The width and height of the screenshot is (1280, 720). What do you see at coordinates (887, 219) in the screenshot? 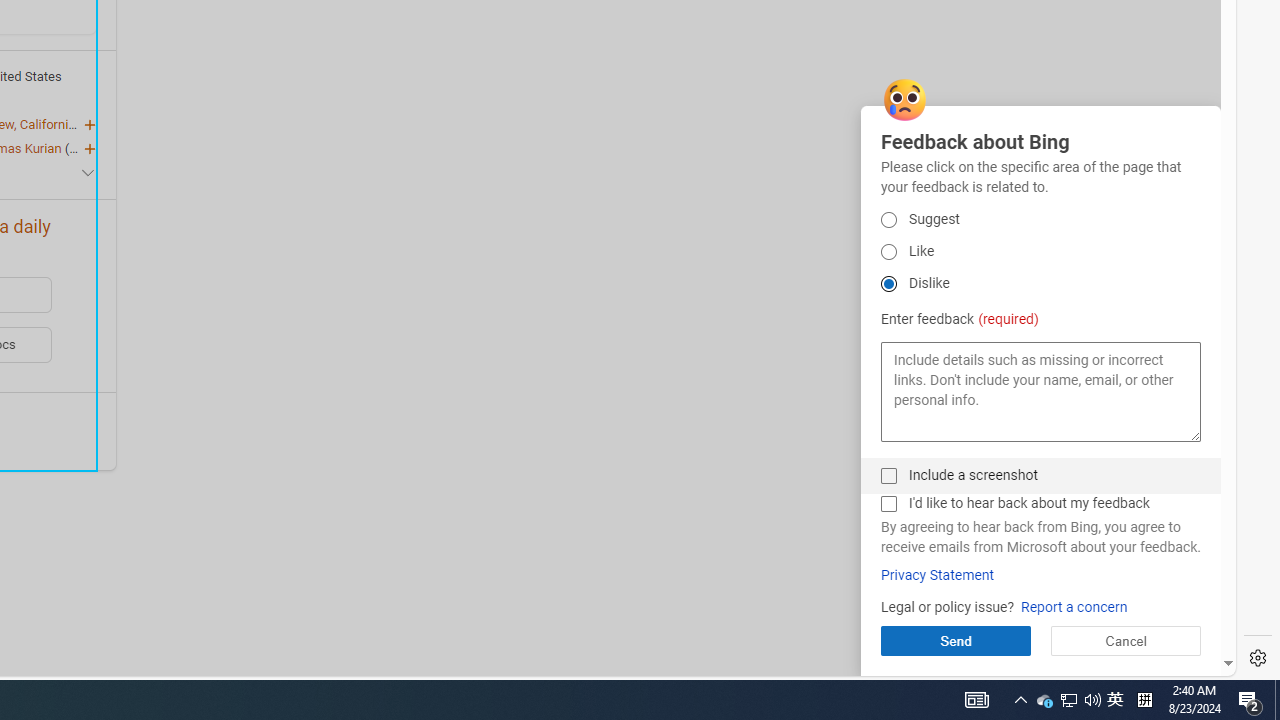
I see `'Suggest'` at bounding box center [887, 219].